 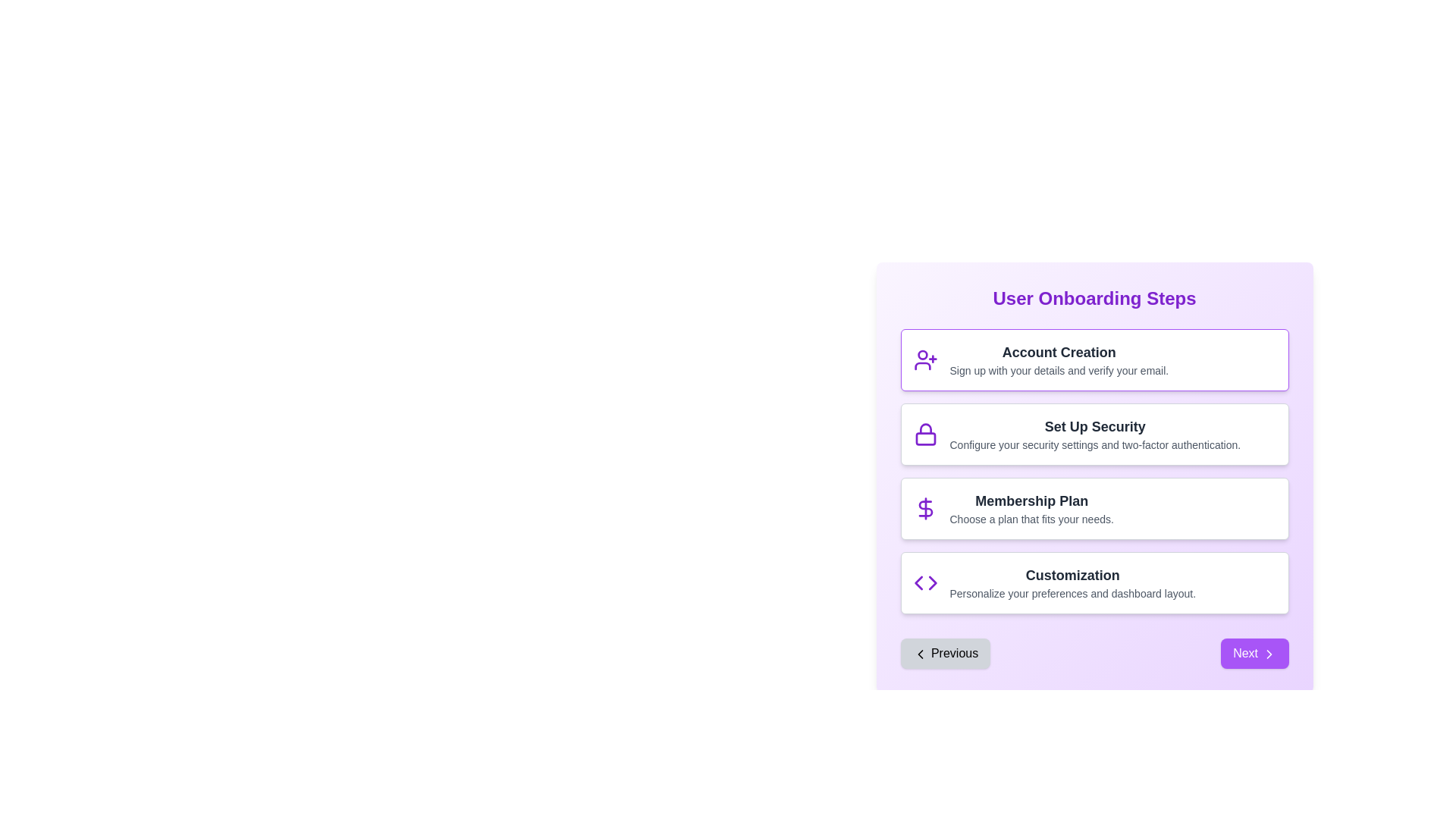 What do you see at coordinates (1094, 509) in the screenshot?
I see `the 'Membership Plan' step indicator element, which is the third item in the User Onboarding Steps list, featuring a purple dollar sign icon and two lines of text: 'Membership Plan' in bold and 'Choose a plan that fits your needs.'` at bounding box center [1094, 509].